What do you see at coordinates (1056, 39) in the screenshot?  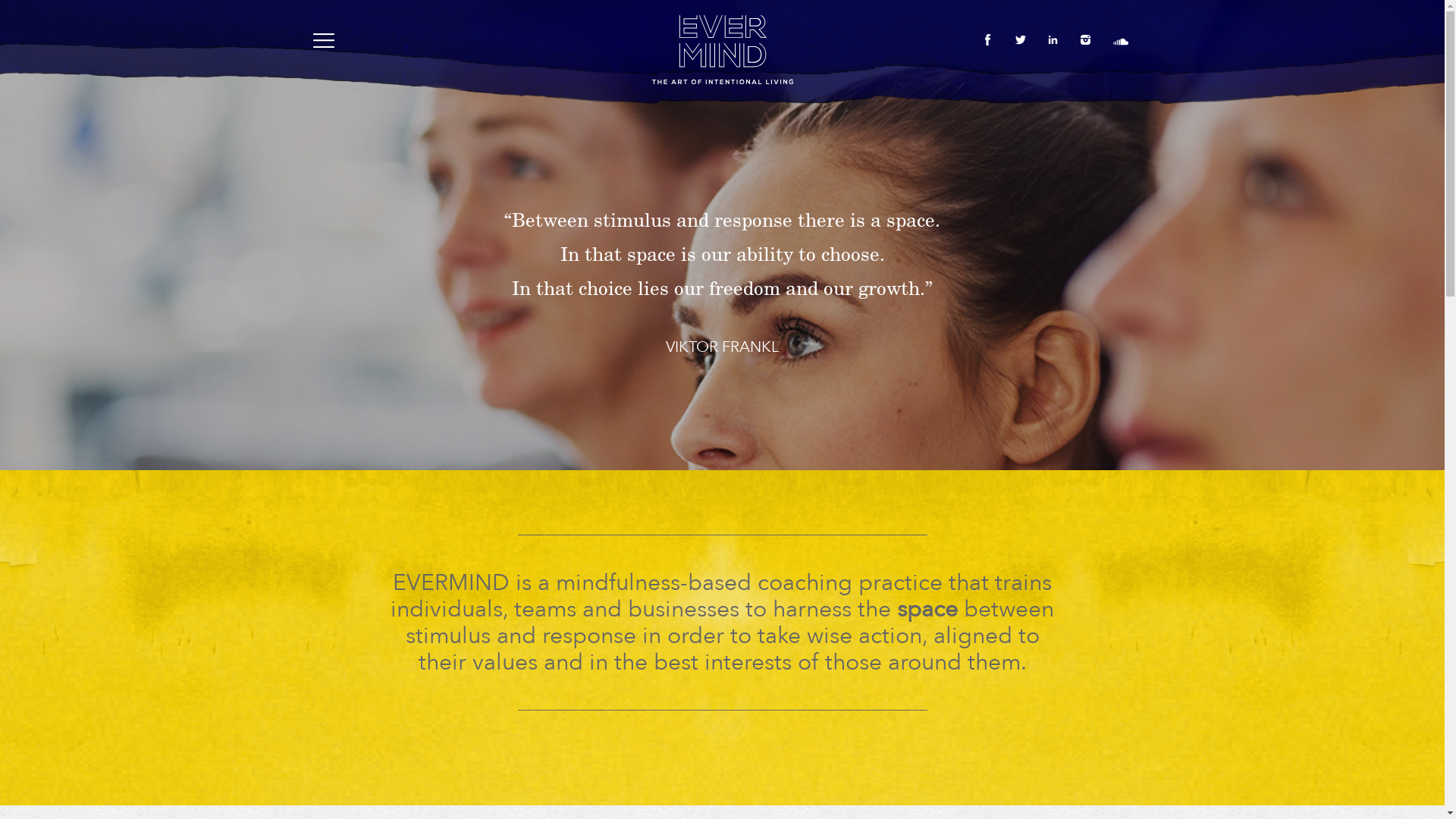 I see `'linkedin'` at bounding box center [1056, 39].